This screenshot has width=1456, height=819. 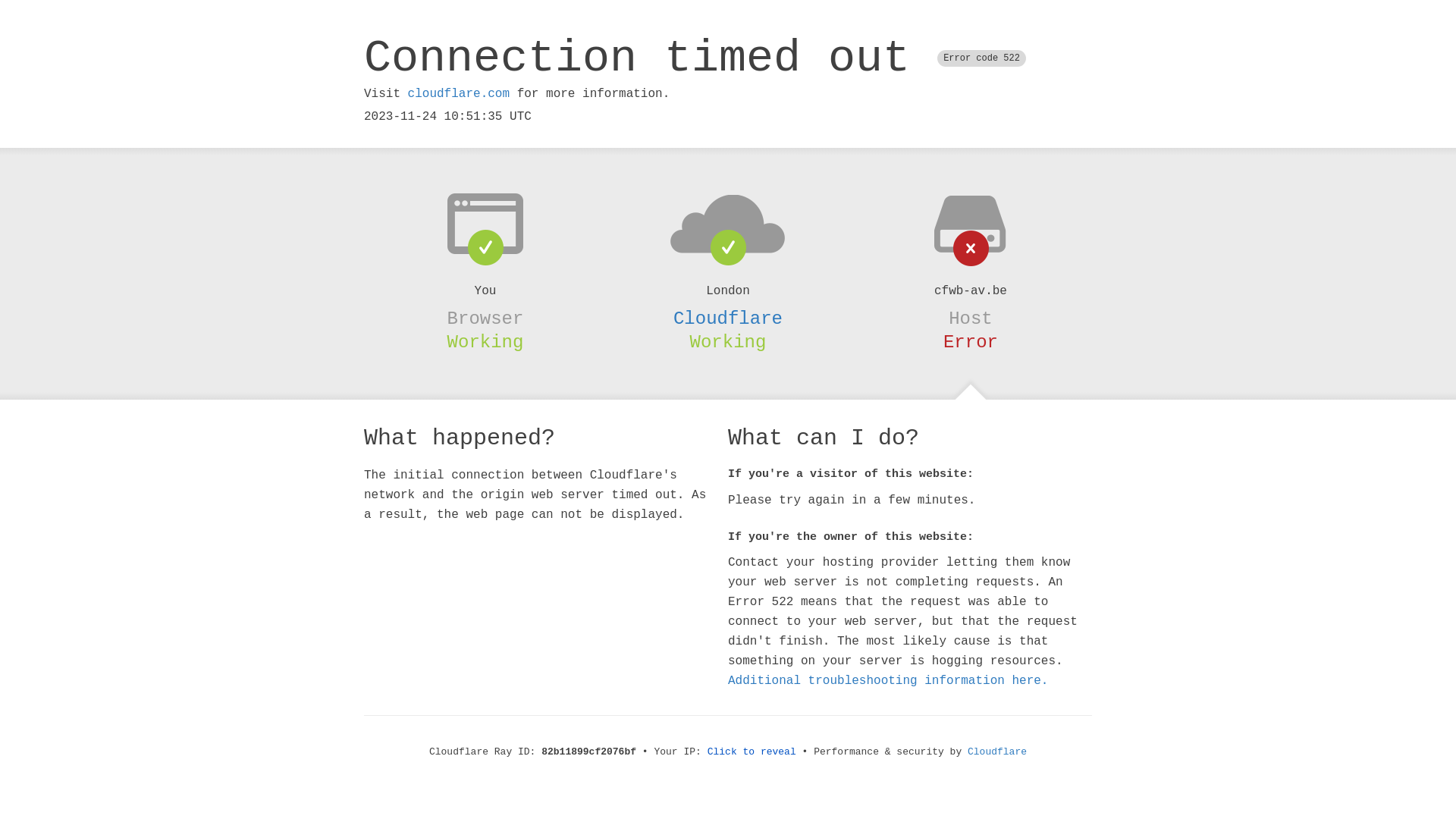 I want to click on 'Click to reveal', so click(x=706, y=752).